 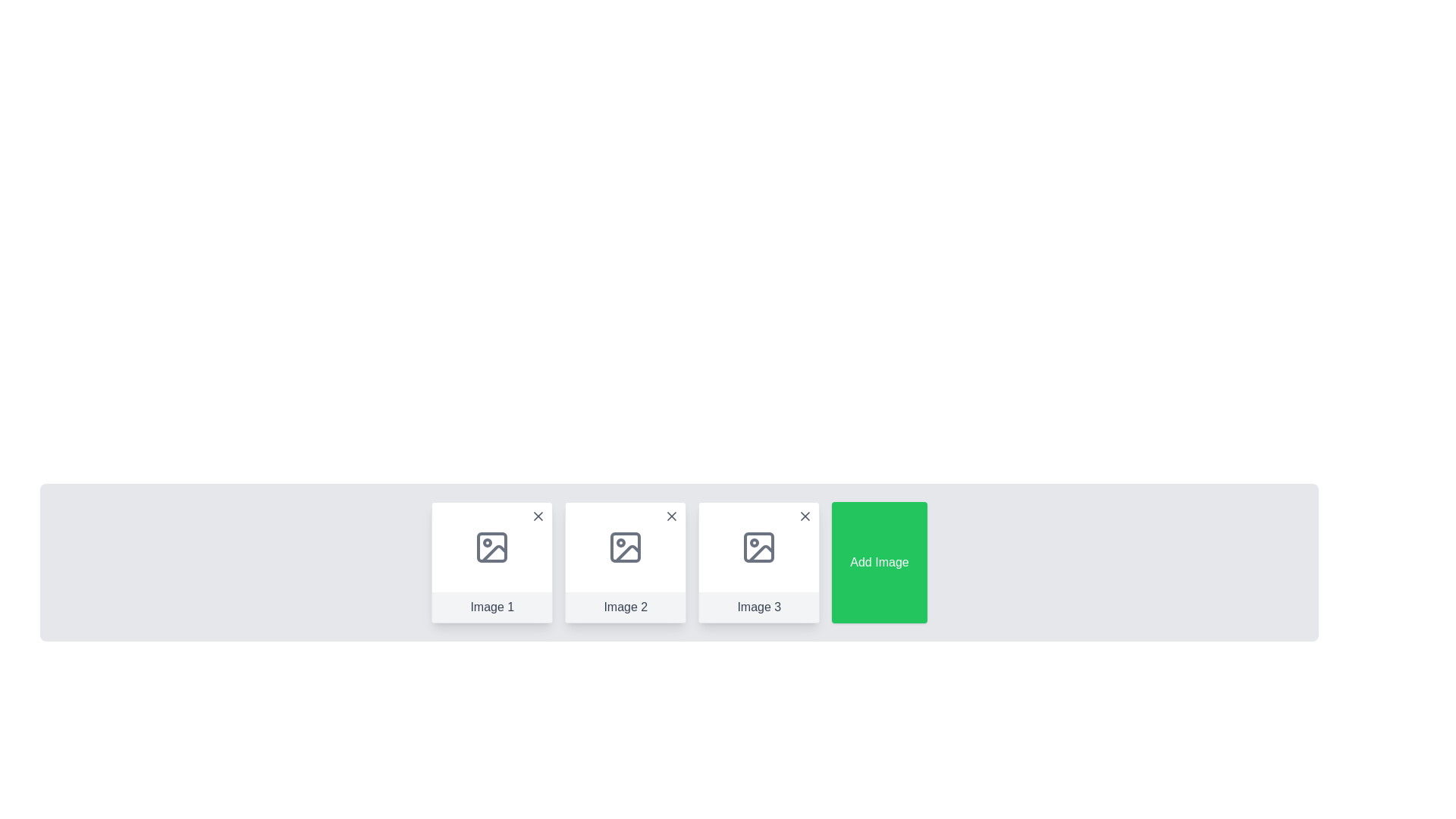 I want to click on the Image placeholder icon located within the card labeled 'Image 2', which features a mountain and sun symbol in a gray outline, to gather visual information, so click(x=626, y=547).